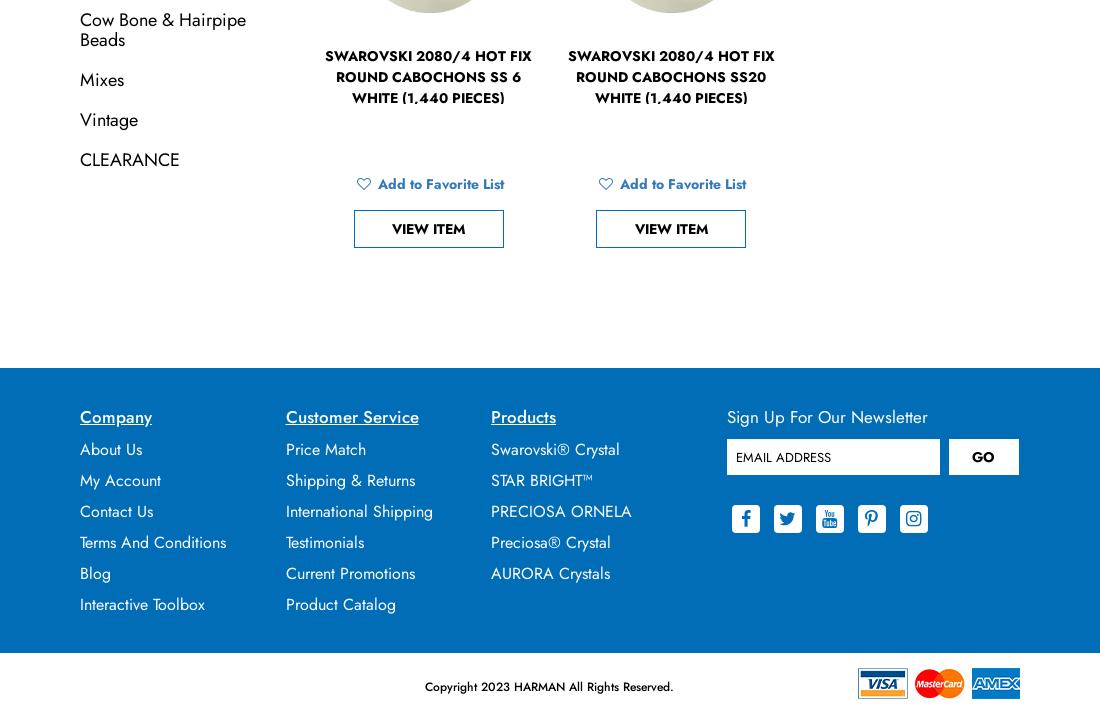  Describe the element at coordinates (116, 510) in the screenshot. I see `'Contact Us'` at that location.